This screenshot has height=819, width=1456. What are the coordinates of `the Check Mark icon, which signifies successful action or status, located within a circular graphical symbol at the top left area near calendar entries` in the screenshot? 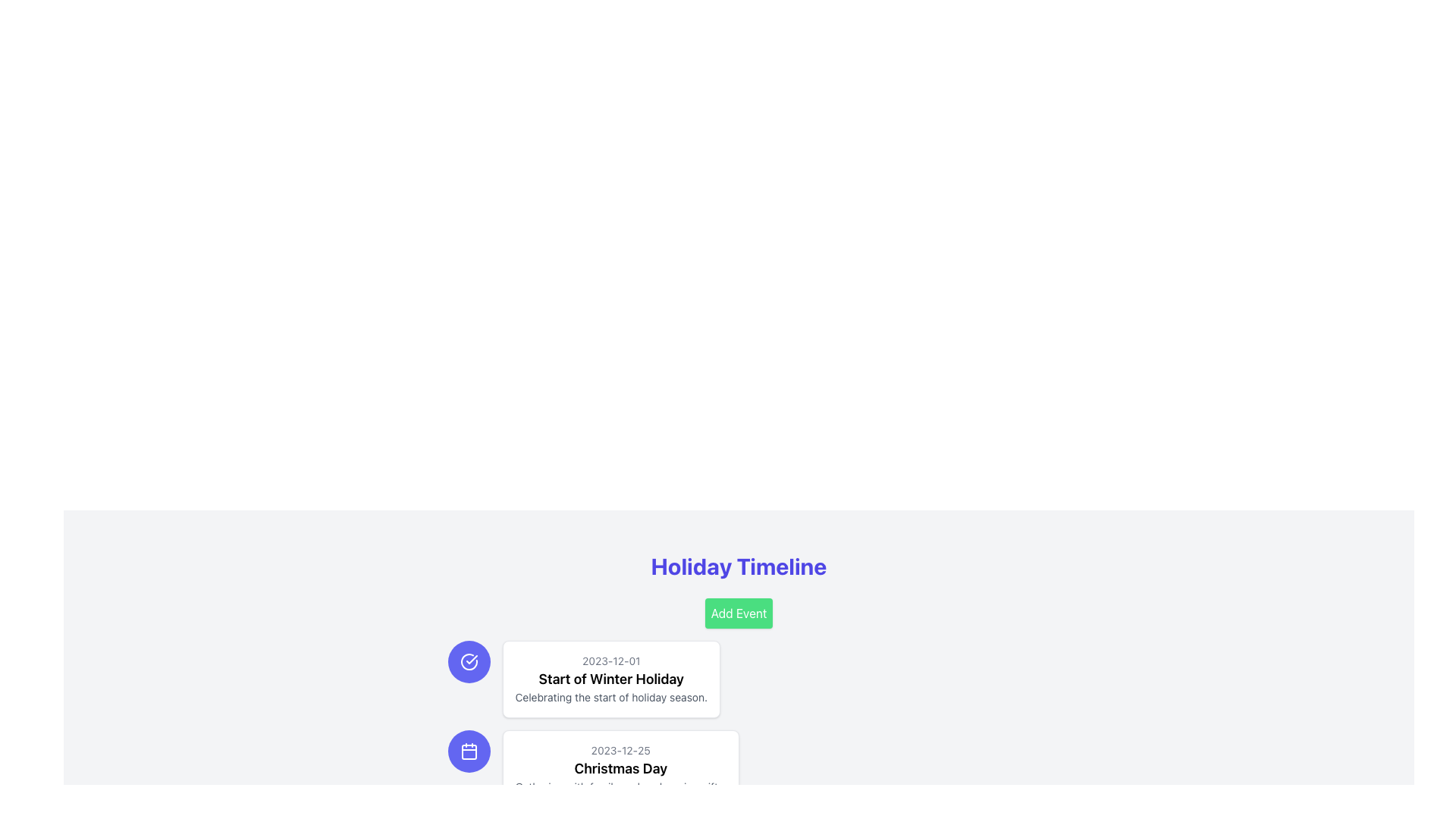 It's located at (471, 659).